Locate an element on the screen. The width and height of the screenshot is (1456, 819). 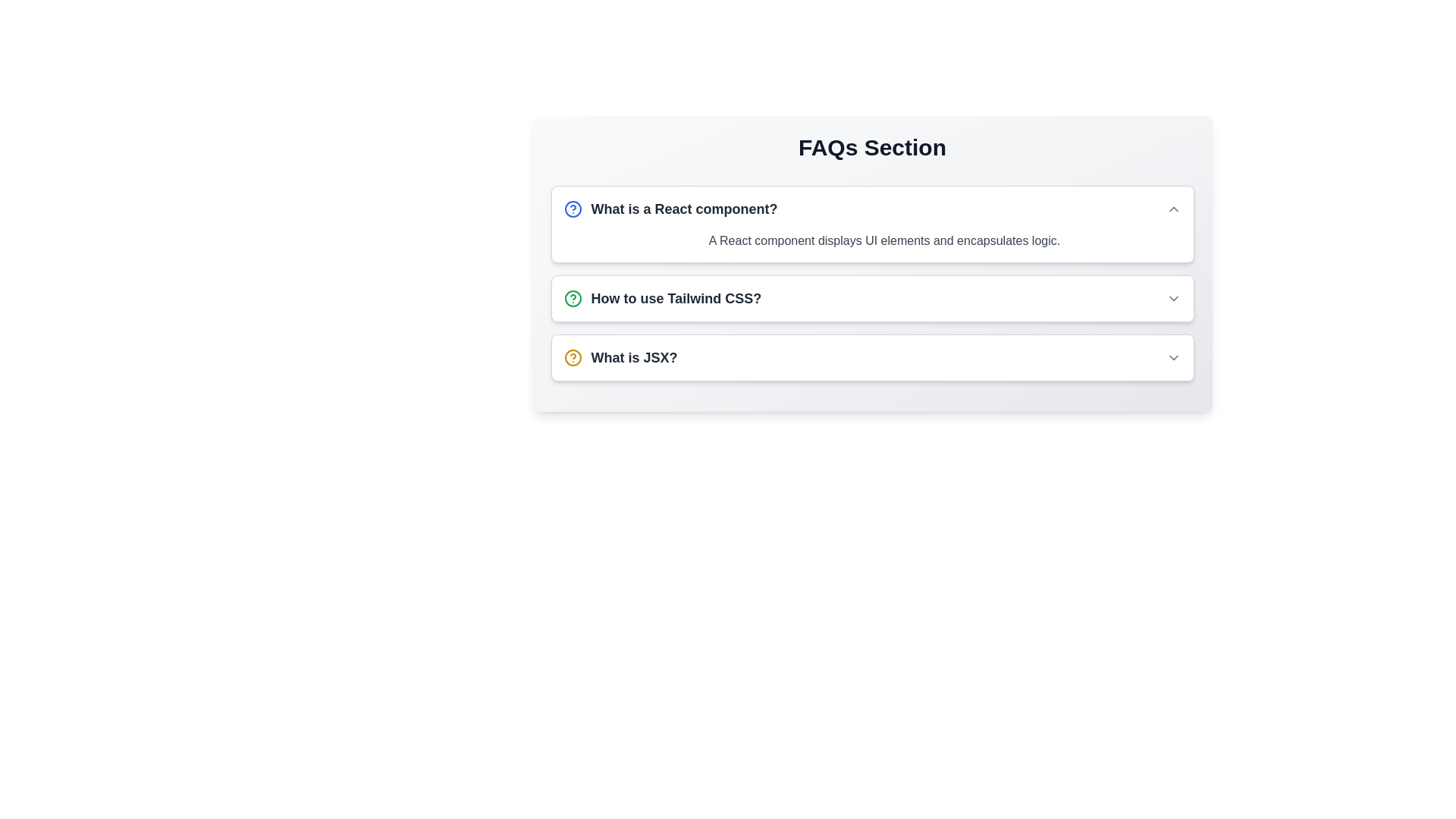
text element displaying 'A React component displays UI elements and encapsulates logic.' located below the heading 'What is a React component?' in the FAQ section is located at coordinates (872, 246).